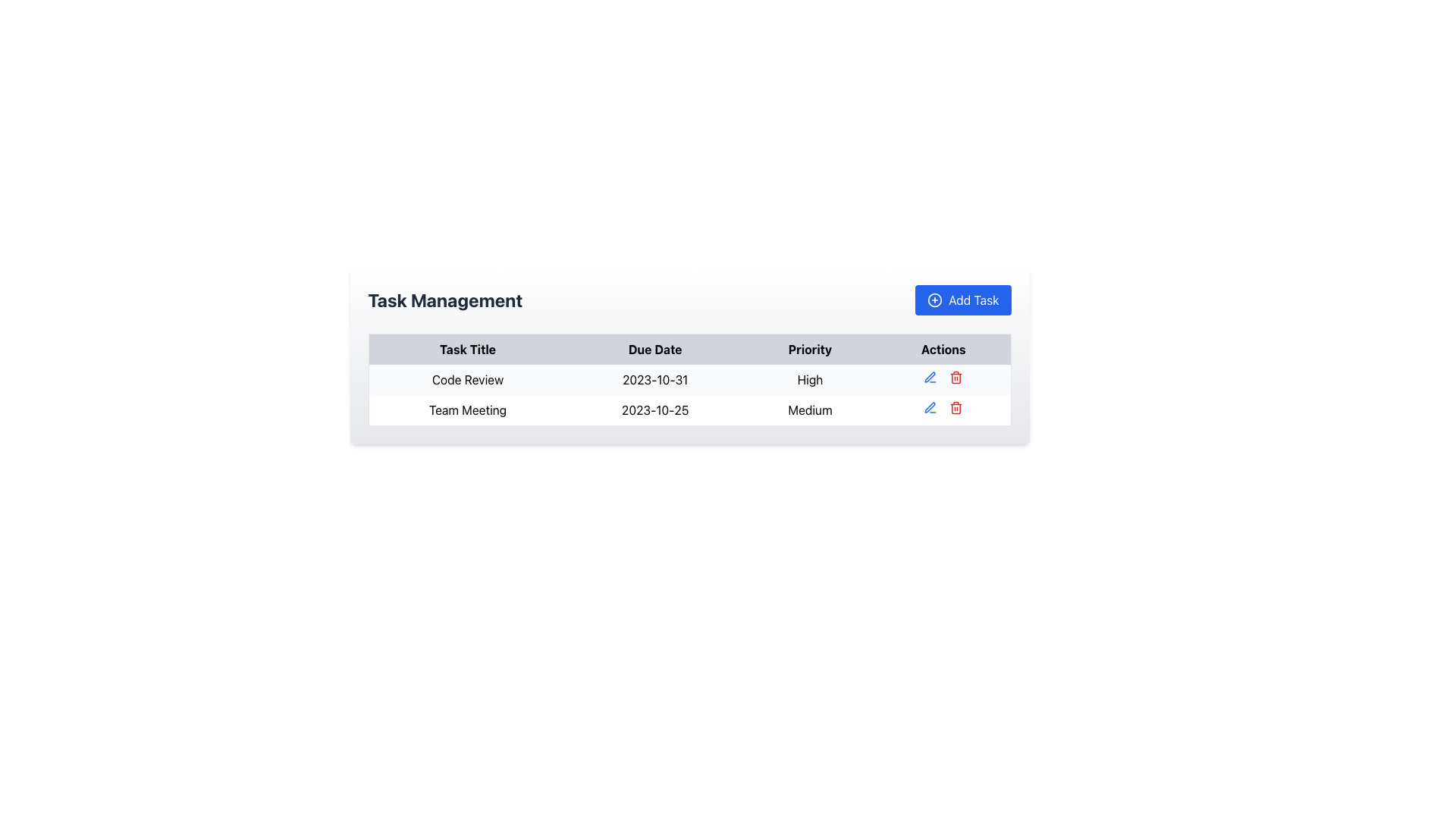 The width and height of the screenshot is (1456, 819). What do you see at coordinates (466, 379) in the screenshot?
I see `the Text Label that serves as the title for the task 'Code Review', located in the first row of the table under the 'Task Title' column` at bounding box center [466, 379].